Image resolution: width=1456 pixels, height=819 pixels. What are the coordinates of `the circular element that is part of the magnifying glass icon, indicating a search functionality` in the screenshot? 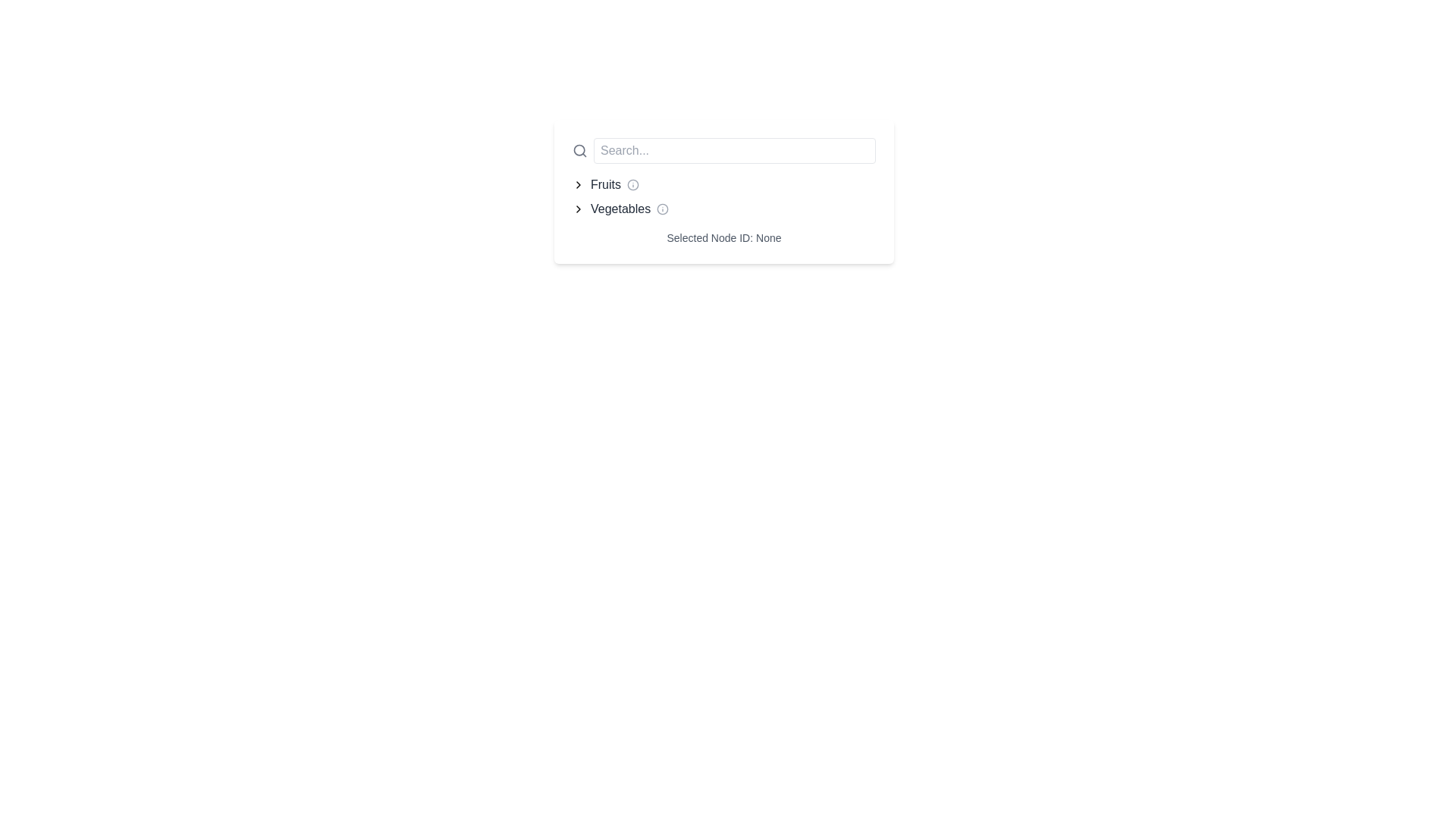 It's located at (579, 150).